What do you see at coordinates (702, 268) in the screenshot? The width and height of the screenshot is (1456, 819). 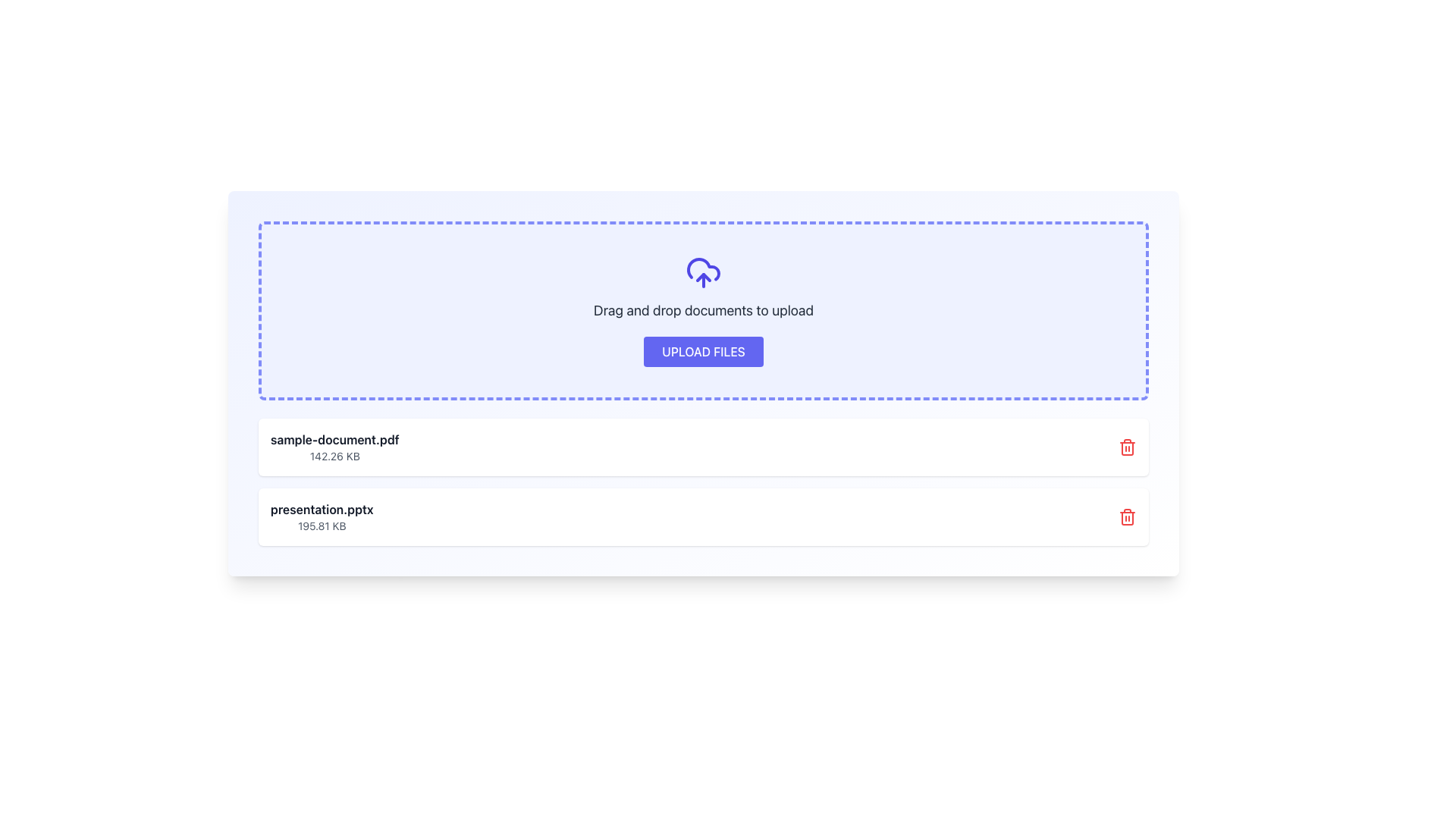 I see `the outer contour of the cloud in the upload icon, which symbolizes file upload functionality, located centrally above the 'UPLOAD FILES' button` at bounding box center [702, 268].